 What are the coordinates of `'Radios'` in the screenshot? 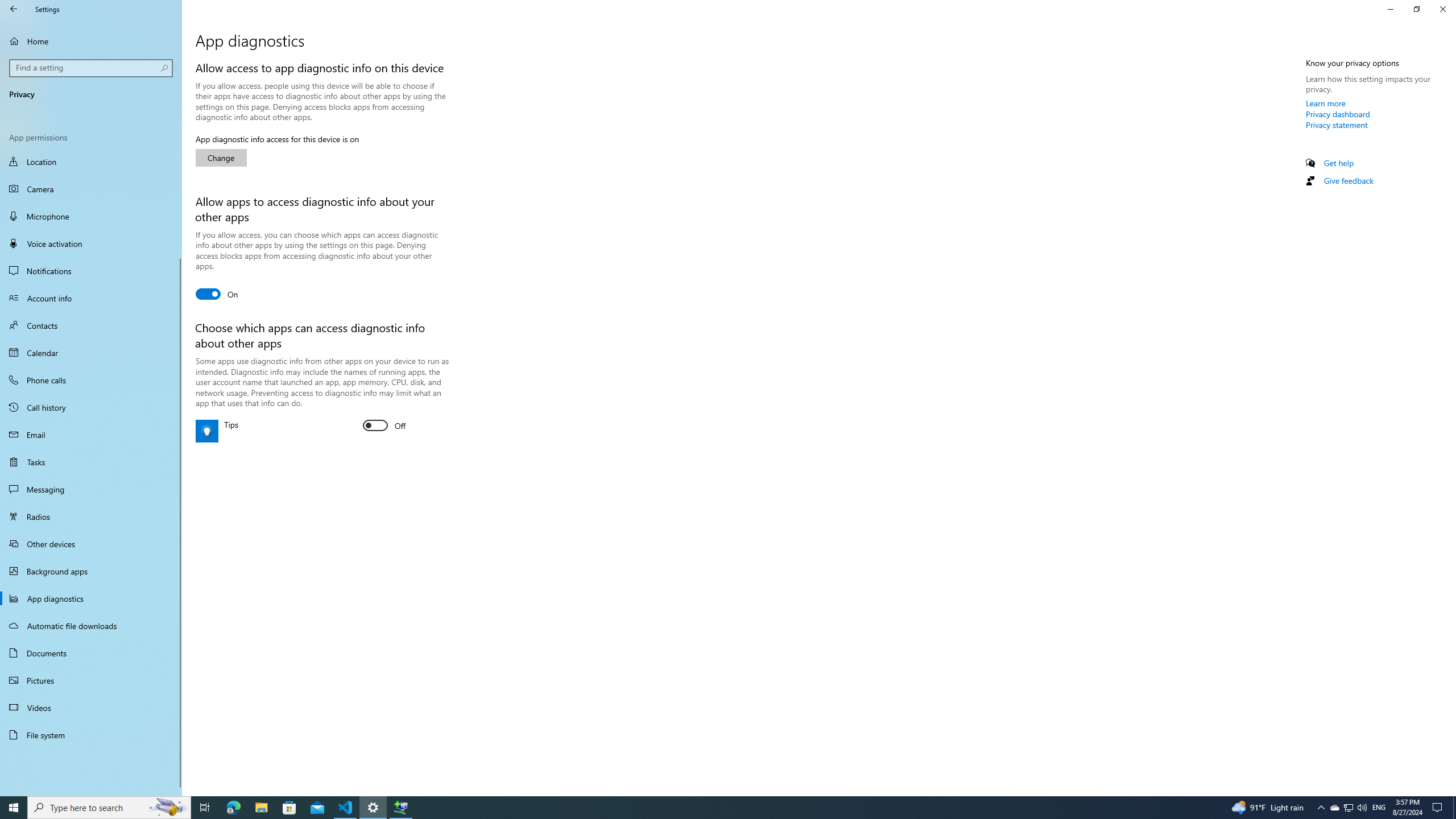 It's located at (90, 516).